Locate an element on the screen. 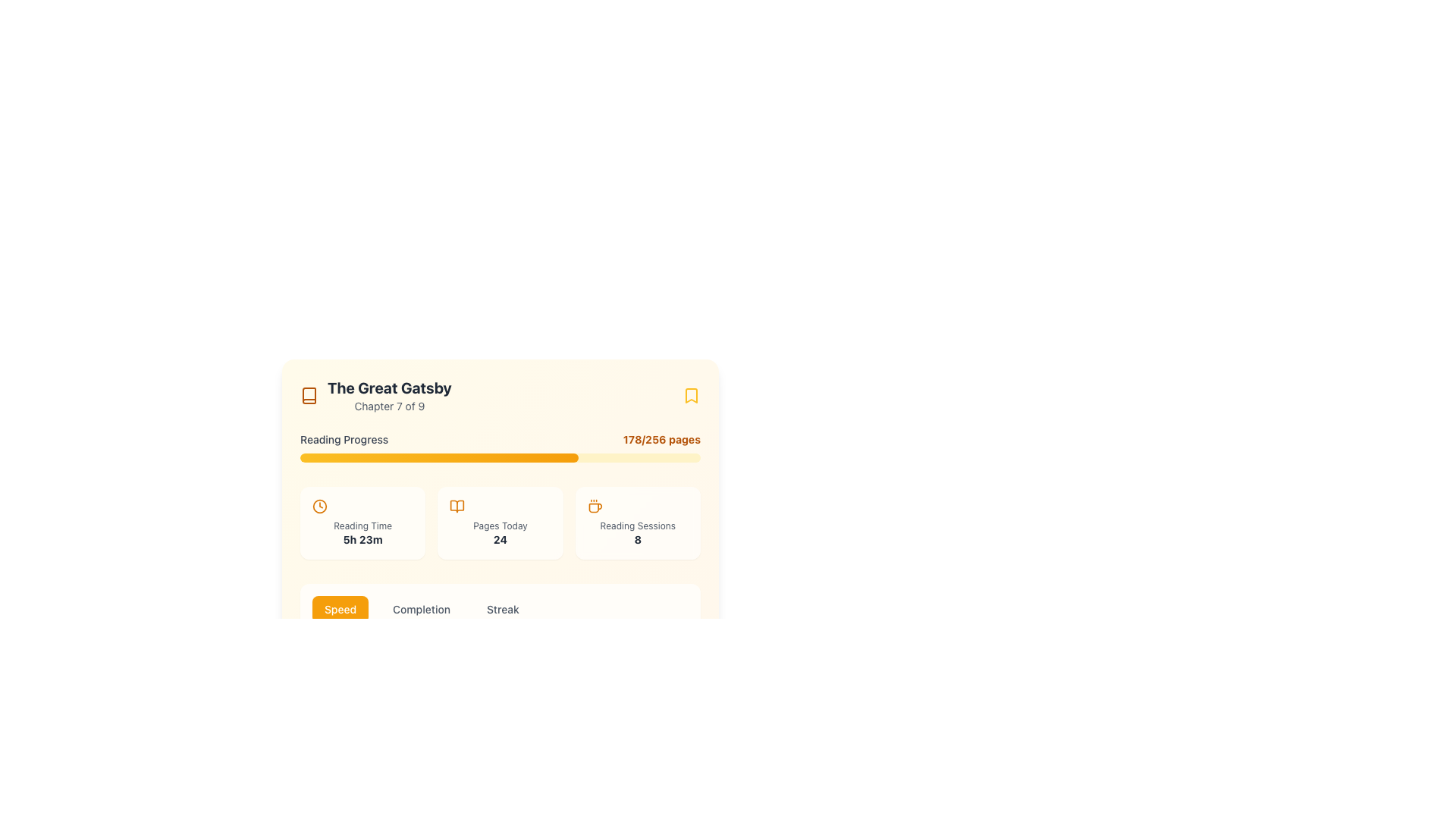  the graphic icon resembling an open book located in the top-left corner of the widget titled 'The Great Gatsby' is located at coordinates (309, 394).